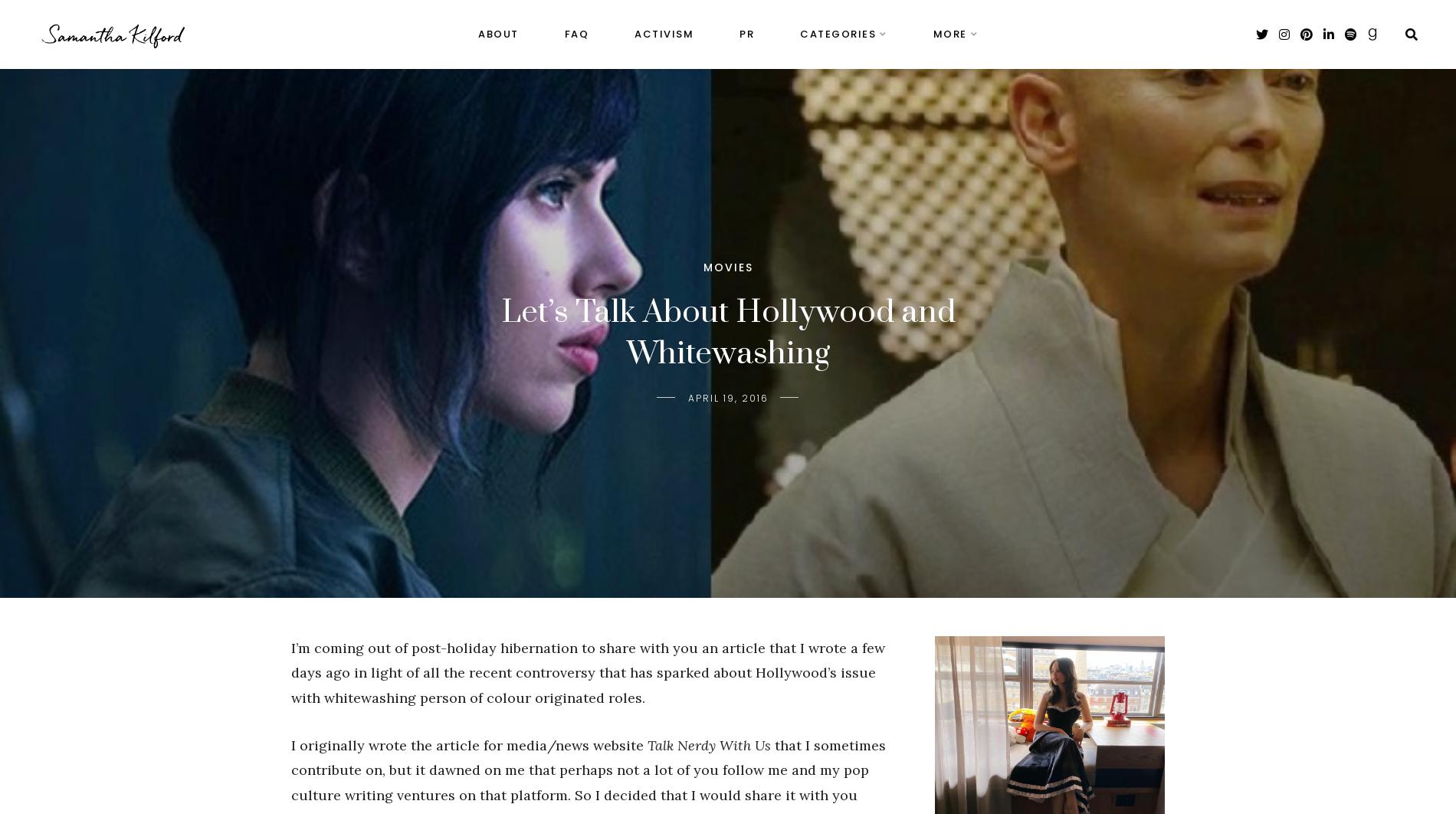  Describe the element at coordinates (576, 34) in the screenshot. I see `'FAQ'` at that location.